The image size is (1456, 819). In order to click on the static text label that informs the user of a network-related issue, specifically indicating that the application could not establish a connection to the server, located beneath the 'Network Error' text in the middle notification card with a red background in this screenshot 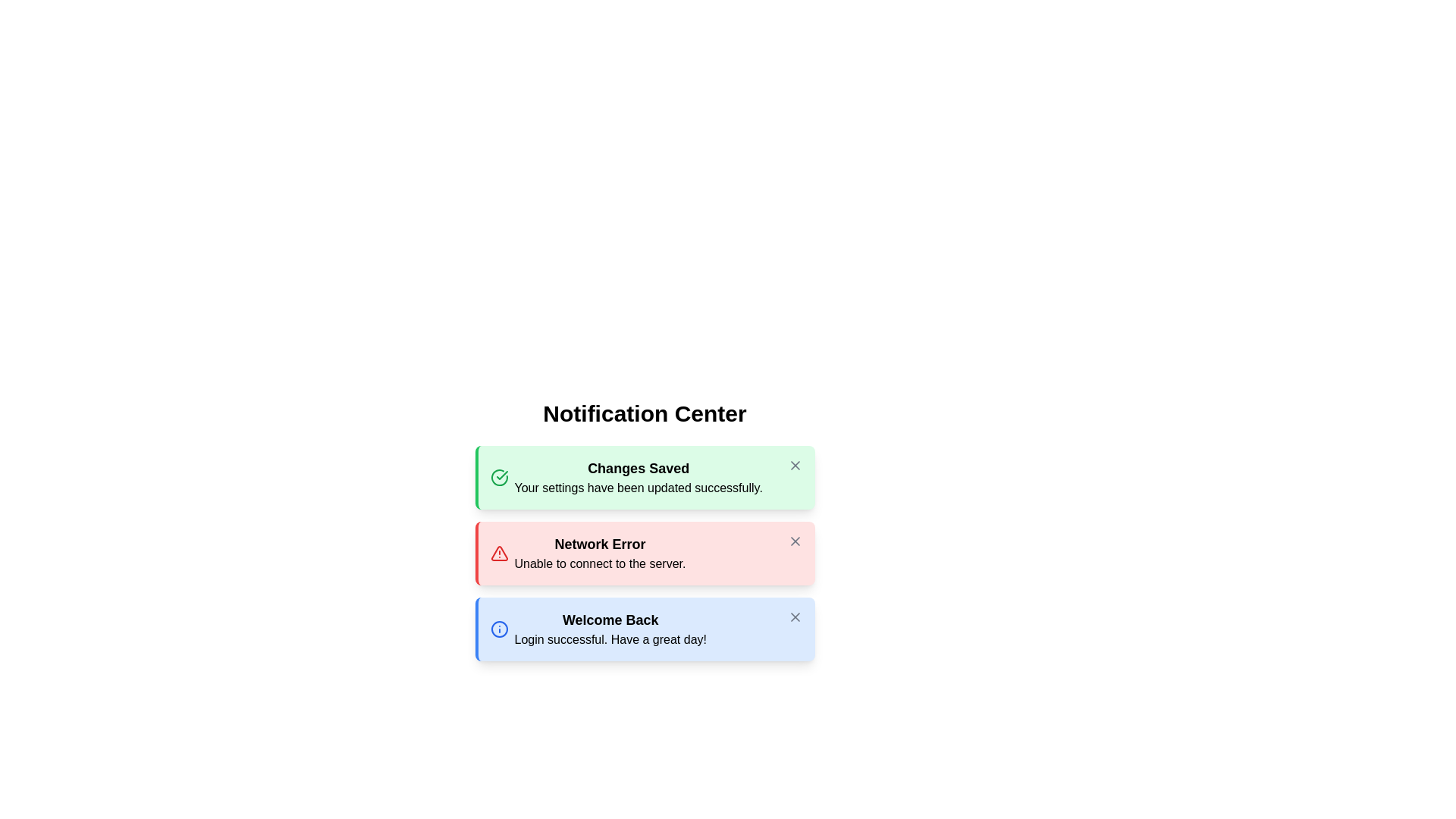, I will do `click(599, 564)`.